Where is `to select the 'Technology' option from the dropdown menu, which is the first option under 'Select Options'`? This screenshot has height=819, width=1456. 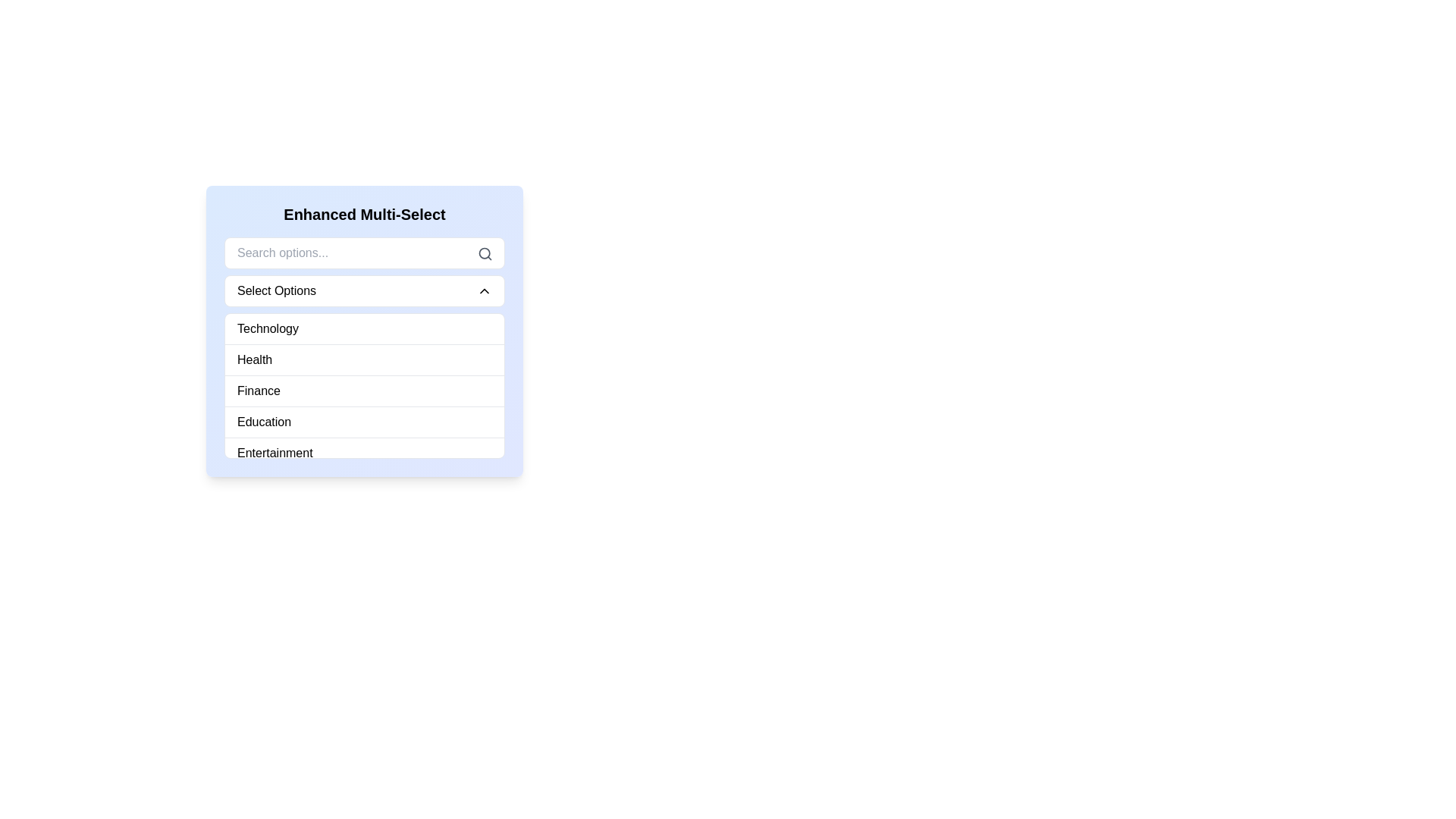 to select the 'Technology' option from the dropdown menu, which is the first option under 'Select Options' is located at coordinates (268, 328).